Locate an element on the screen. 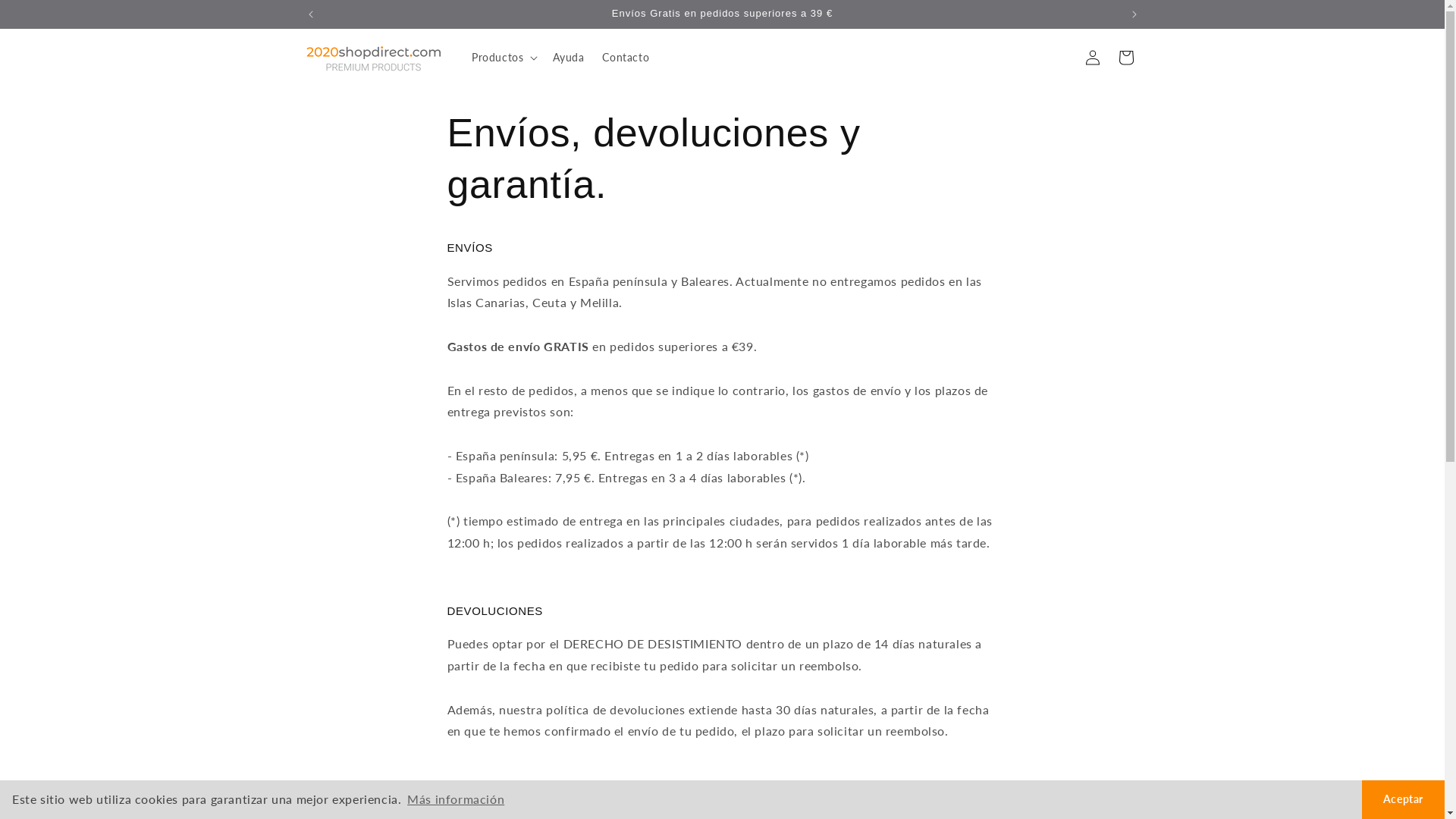 The height and width of the screenshot is (819, 1456). 'Carrito' is located at coordinates (1125, 57).